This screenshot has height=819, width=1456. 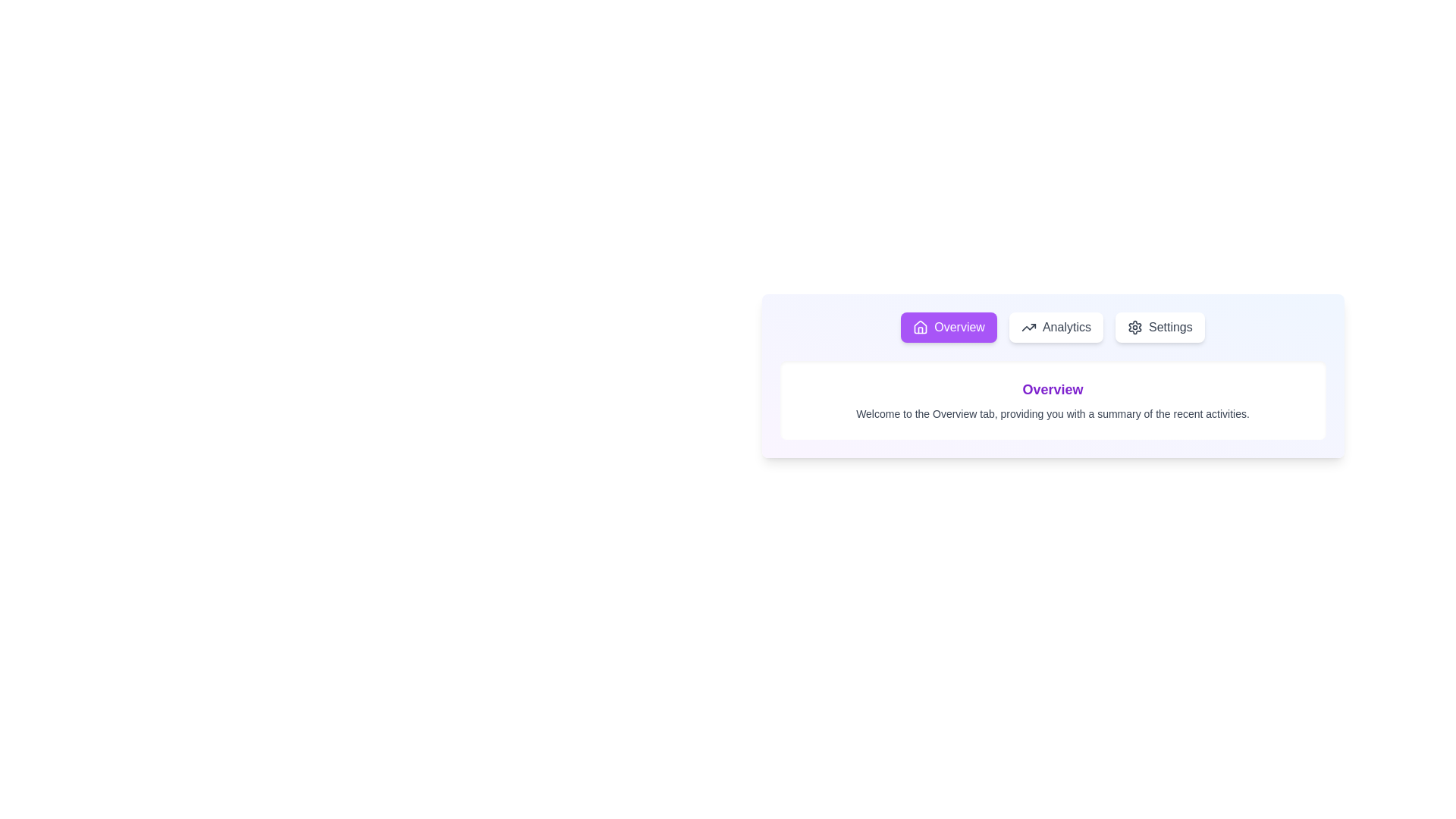 I want to click on left segment of the trending icon graphical shape within the SVG graphic located in the upper right of the interface for debugging purposes, so click(x=1028, y=327).